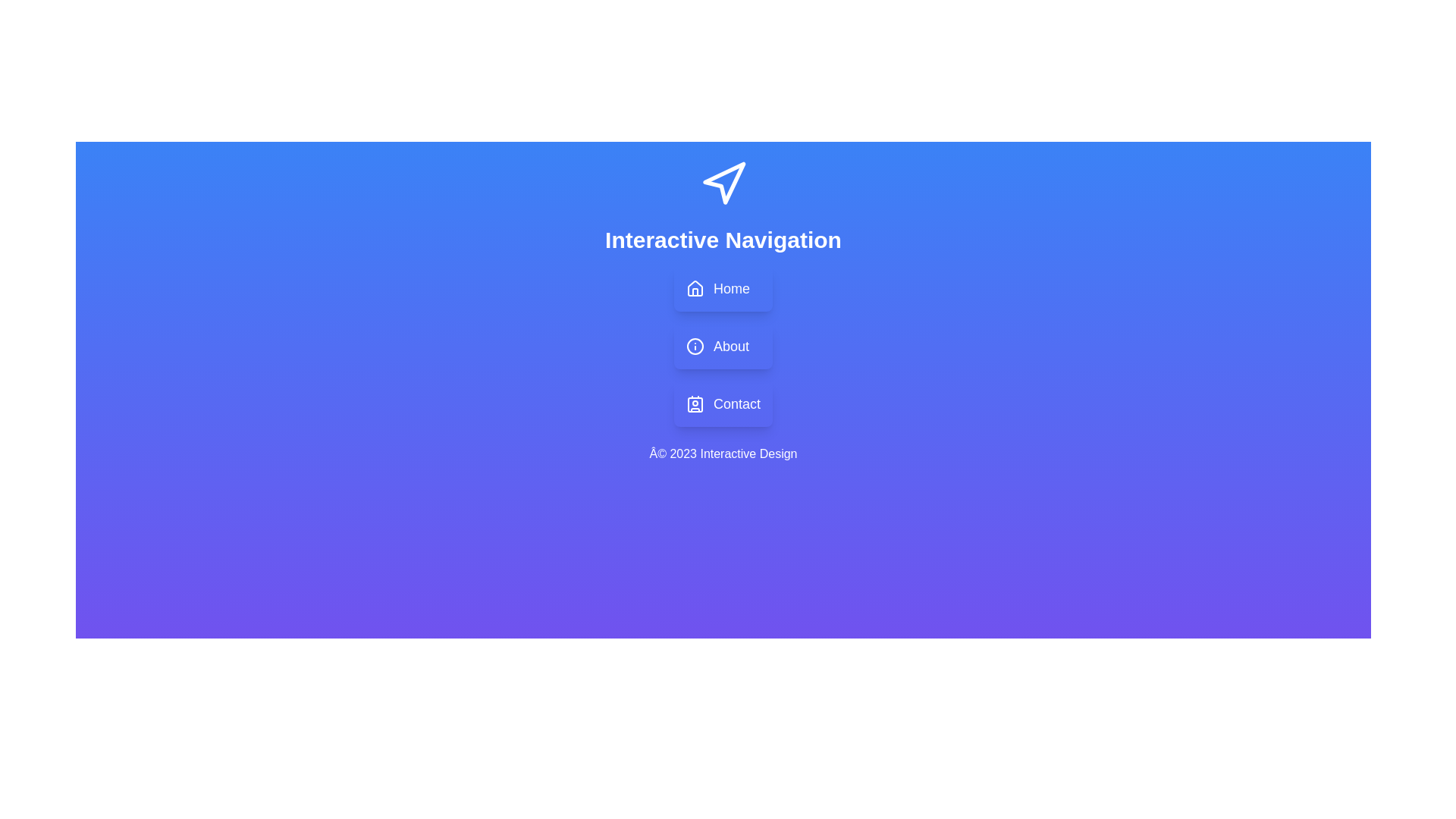 The height and width of the screenshot is (819, 1456). What do you see at coordinates (723, 346) in the screenshot?
I see `the 'About' button, which is the second item in the list of navigation buttons, located below the 'Home' button and above the 'Contact' button` at bounding box center [723, 346].